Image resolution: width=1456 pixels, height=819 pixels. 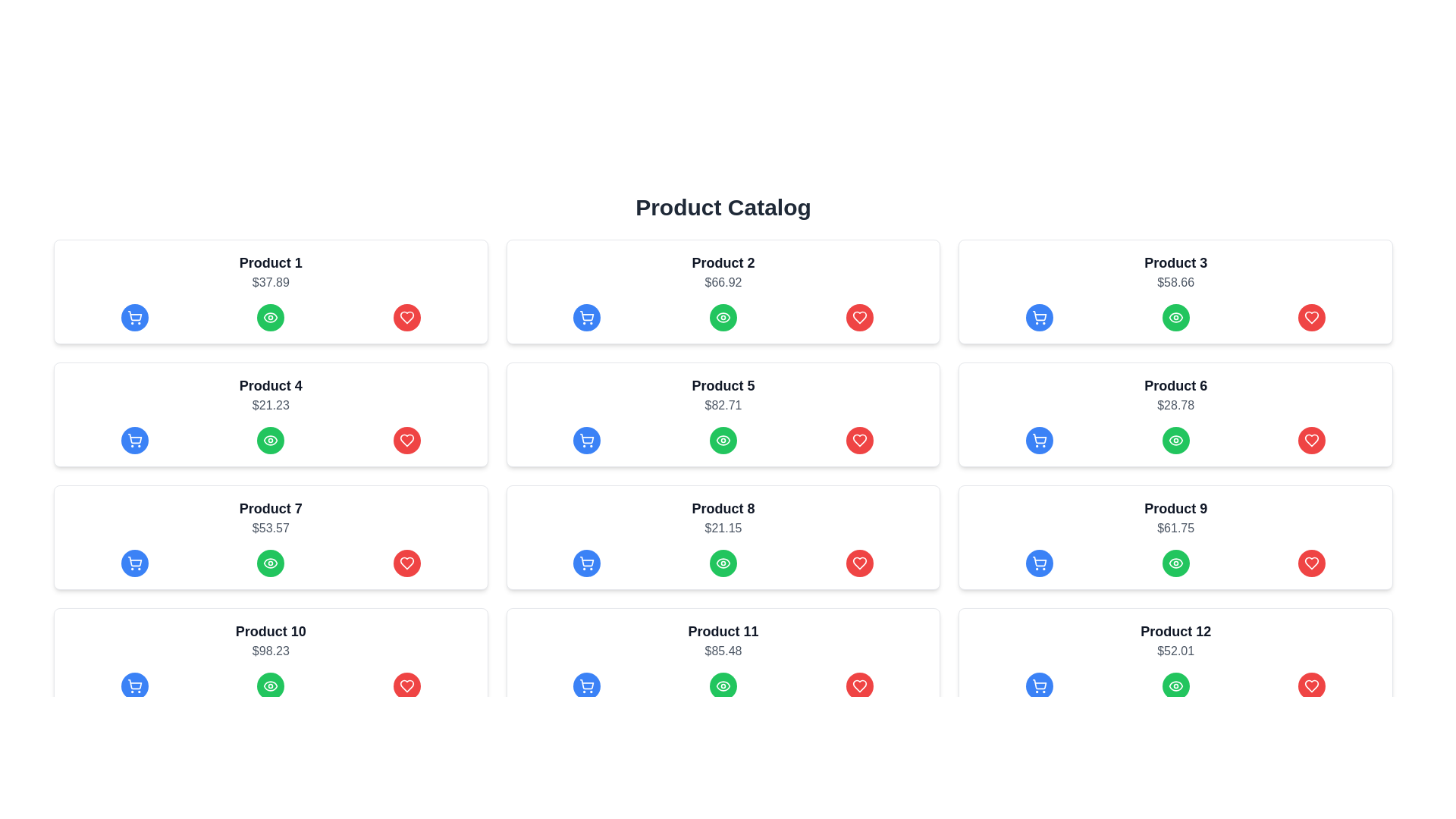 I want to click on the eye-like visibility icon located at the bottom left of the 'Product 6' card, so click(x=1175, y=317).